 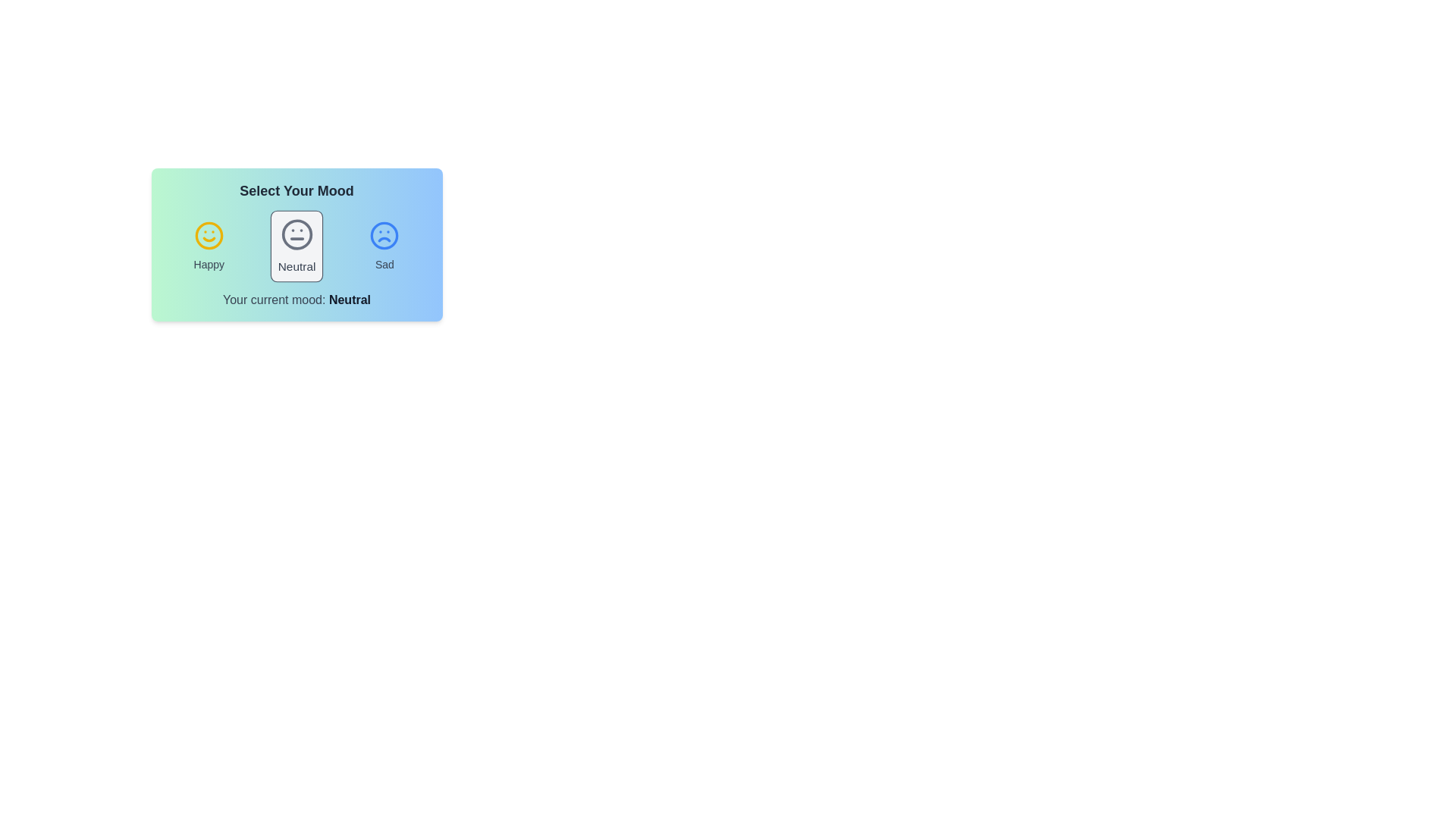 I want to click on the text 'Neutral' in the component, so click(x=297, y=265).